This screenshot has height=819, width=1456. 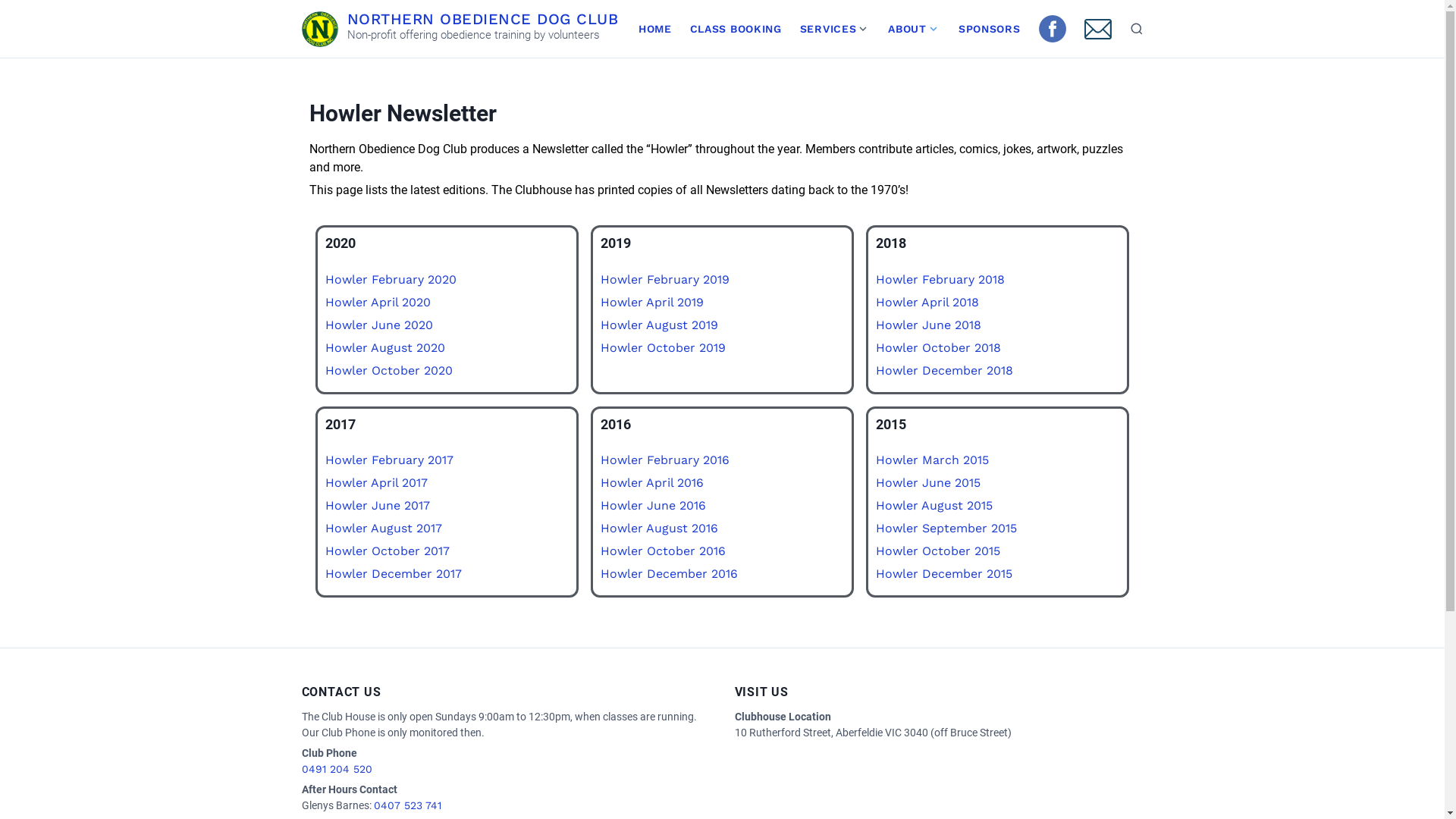 I want to click on 'Howler April 2016', so click(x=651, y=482).